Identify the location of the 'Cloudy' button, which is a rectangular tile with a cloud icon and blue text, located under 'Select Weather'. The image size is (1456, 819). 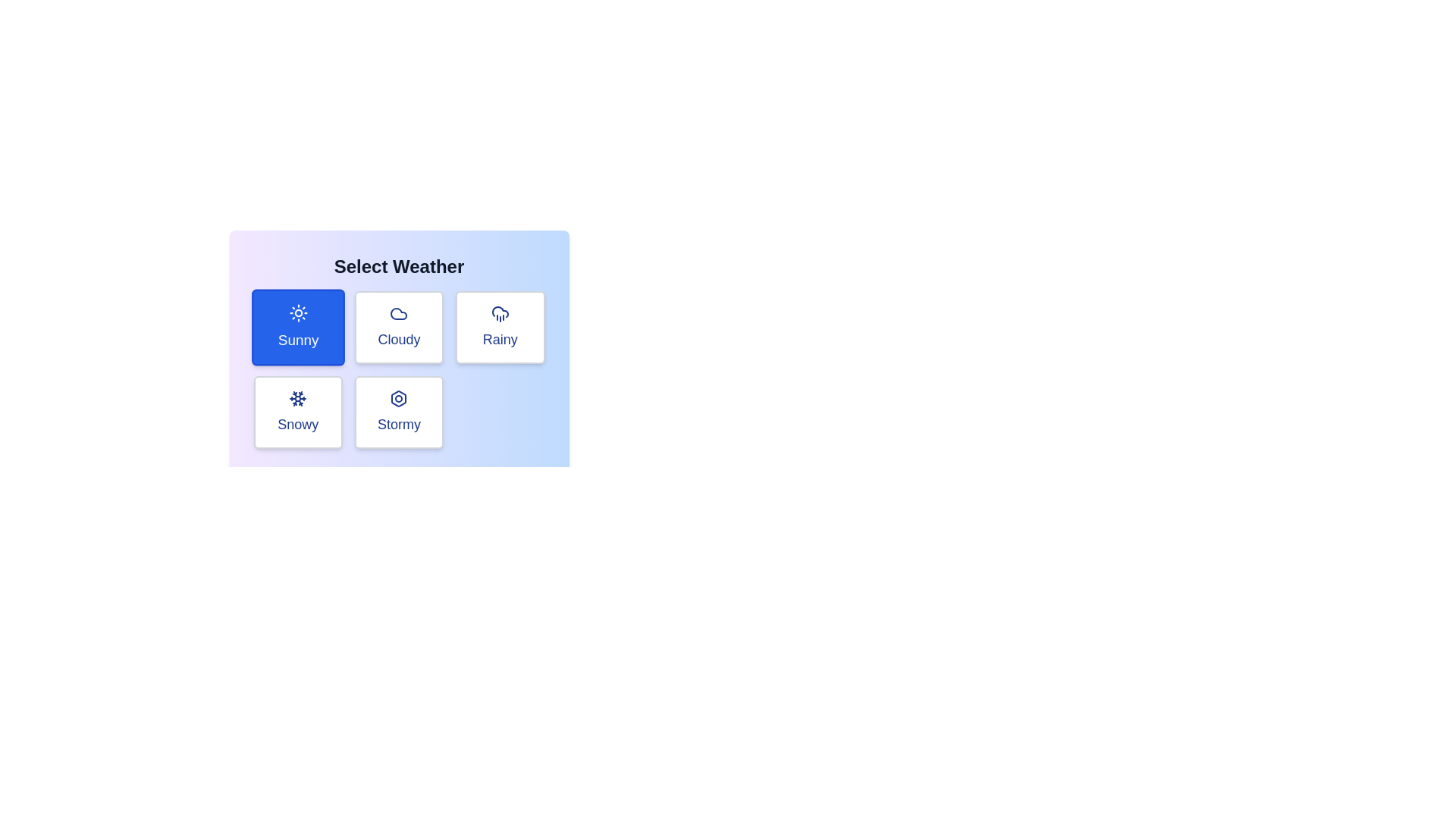
(399, 327).